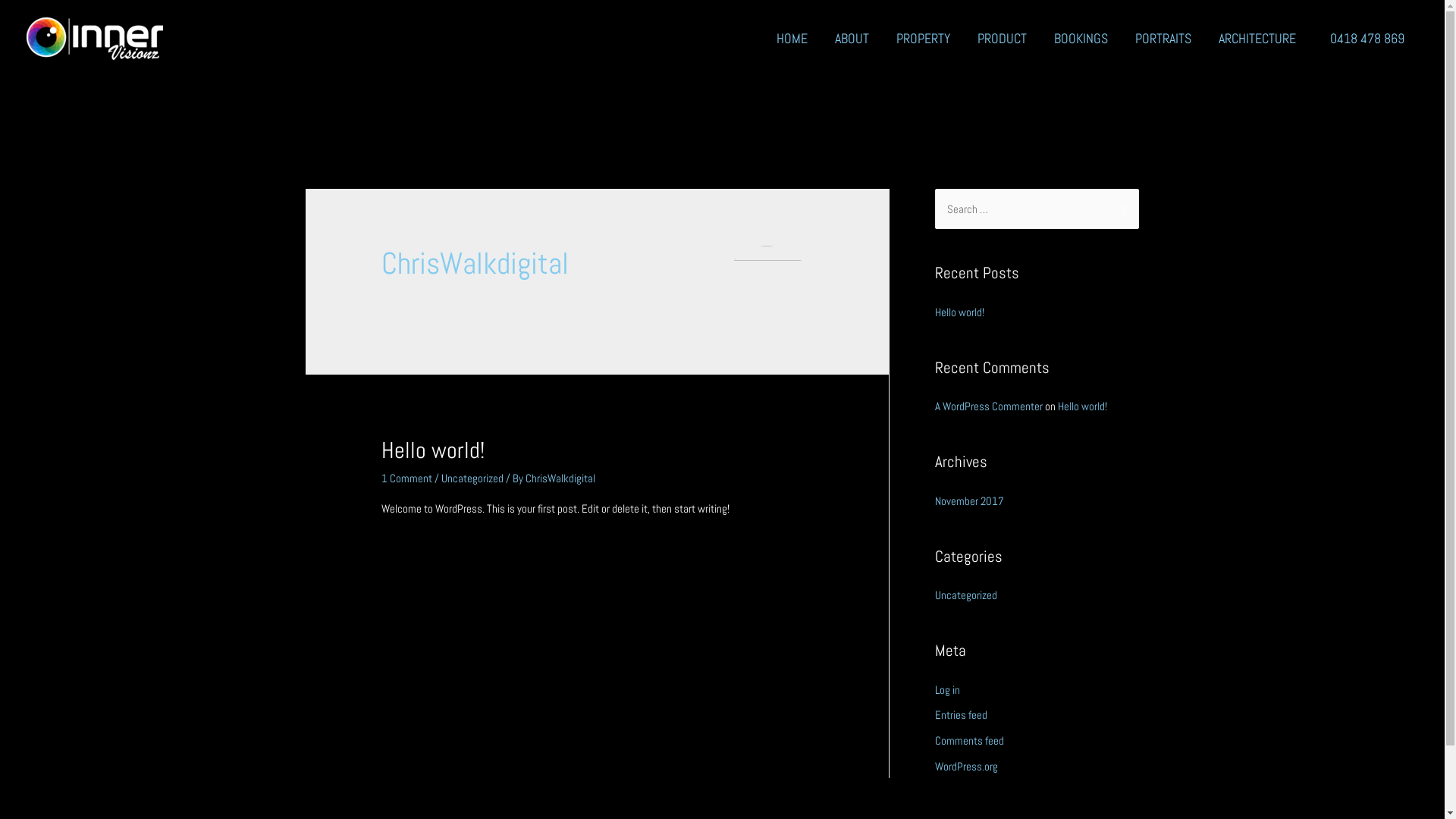 This screenshot has height=819, width=1456. Describe the element at coordinates (1121, 209) in the screenshot. I see `'Search'` at that location.